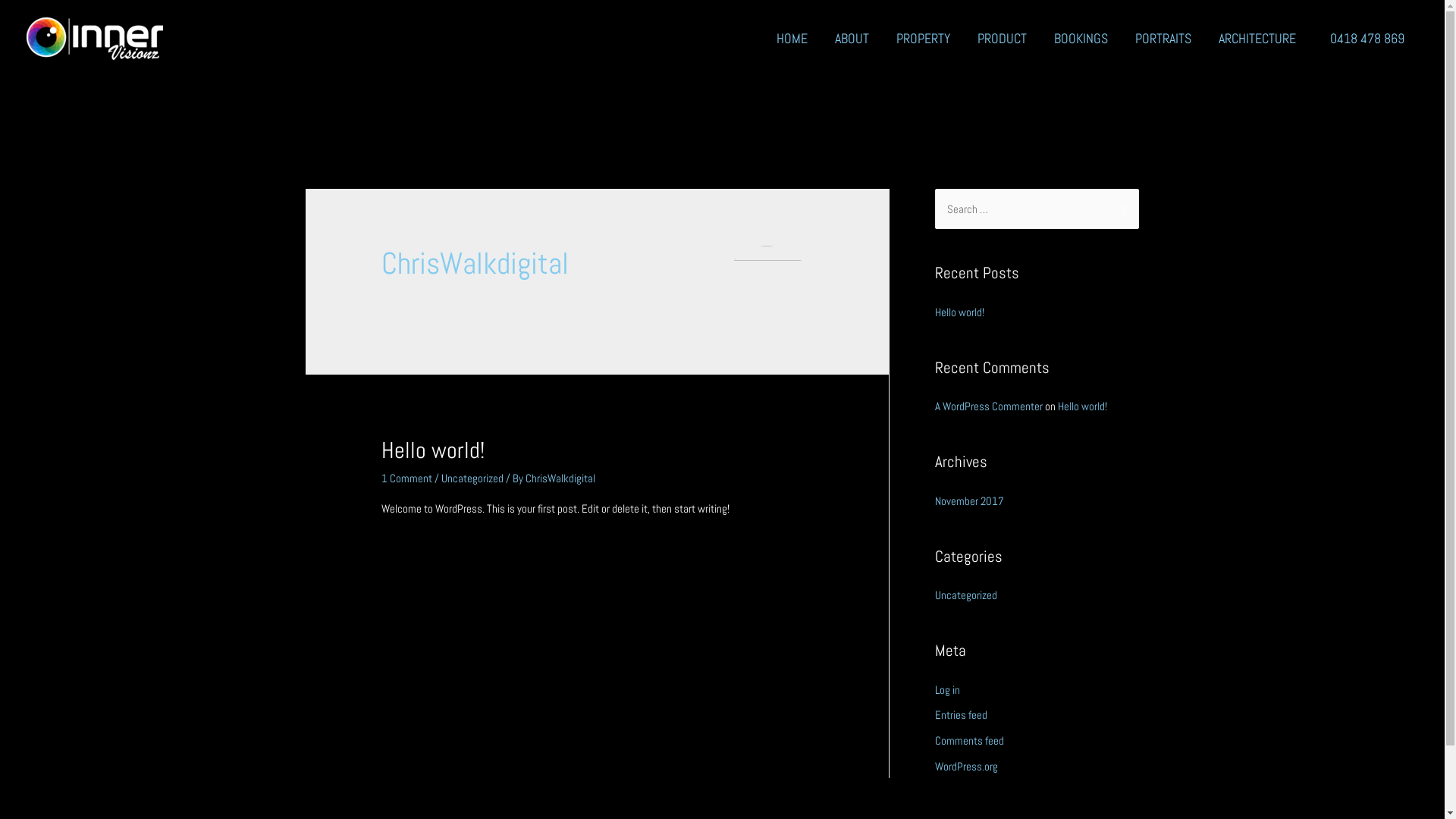 This screenshot has height=819, width=1456. Describe the element at coordinates (1121, 209) in the screenshot. I see `'Search'` at that location.